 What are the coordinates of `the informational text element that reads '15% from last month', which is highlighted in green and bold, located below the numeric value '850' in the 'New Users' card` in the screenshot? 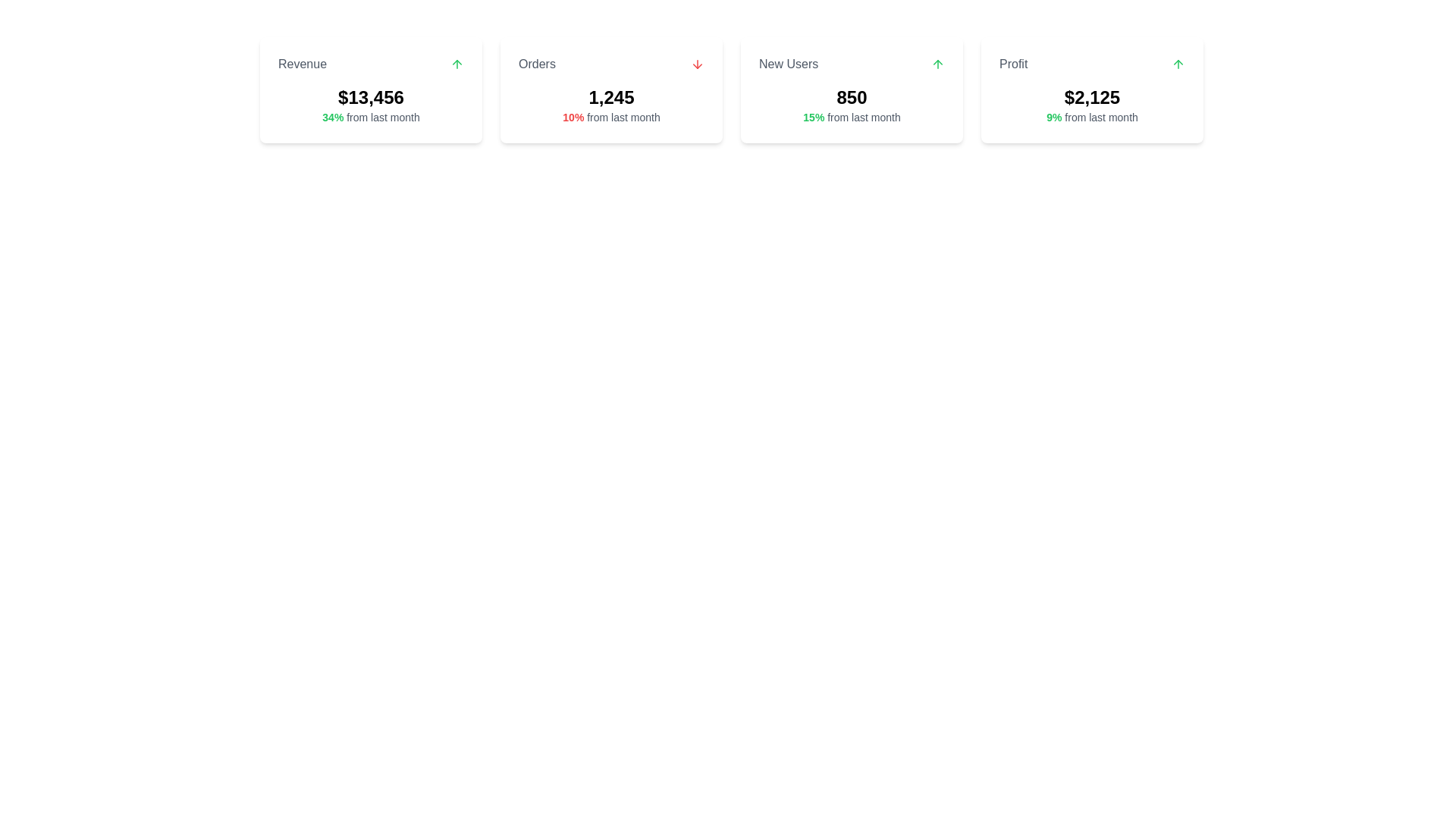 It's located at (852, 116).